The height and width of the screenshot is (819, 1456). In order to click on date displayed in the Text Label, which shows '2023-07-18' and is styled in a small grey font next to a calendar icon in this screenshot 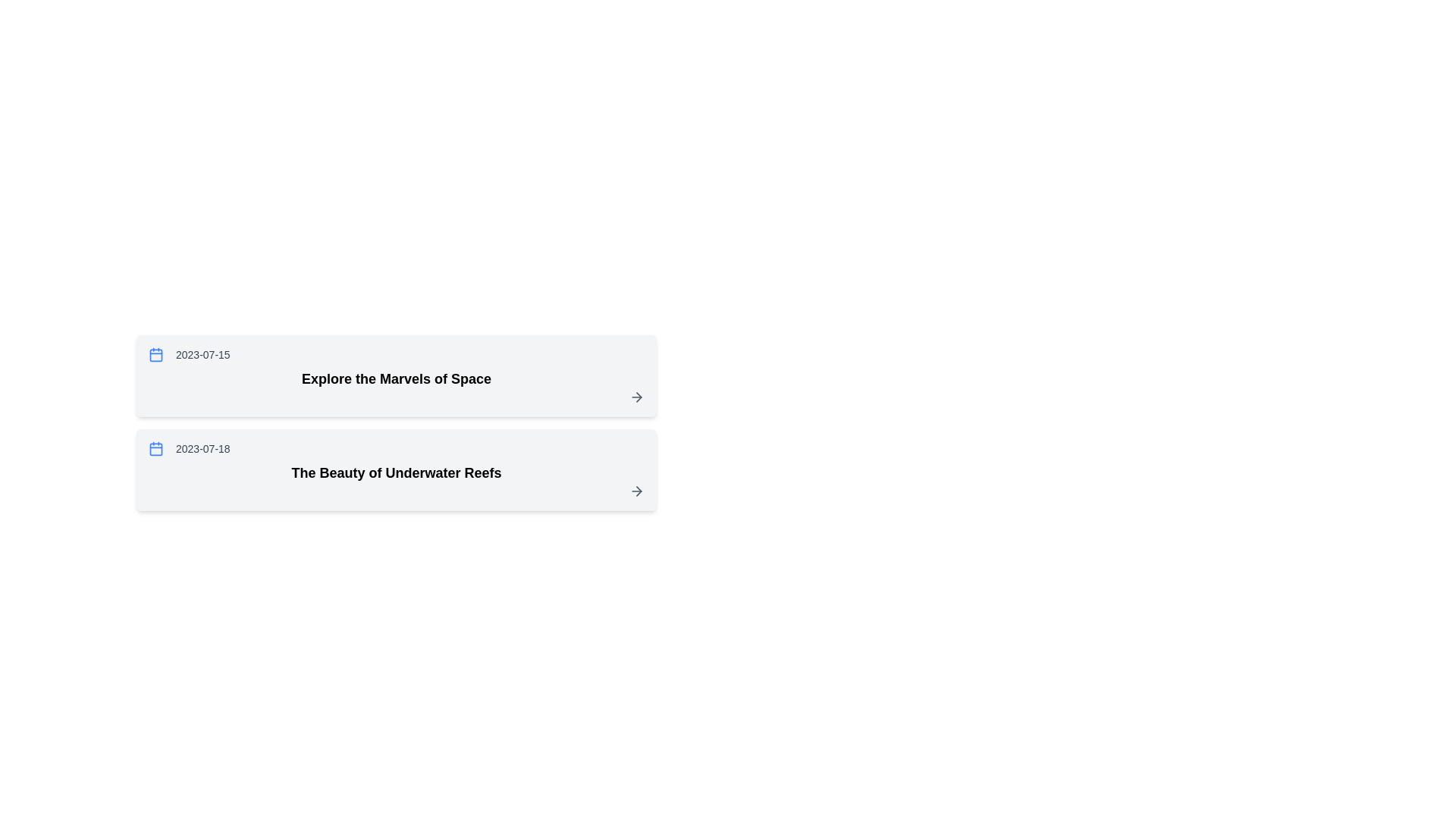, I will do `click(202, 447)`.